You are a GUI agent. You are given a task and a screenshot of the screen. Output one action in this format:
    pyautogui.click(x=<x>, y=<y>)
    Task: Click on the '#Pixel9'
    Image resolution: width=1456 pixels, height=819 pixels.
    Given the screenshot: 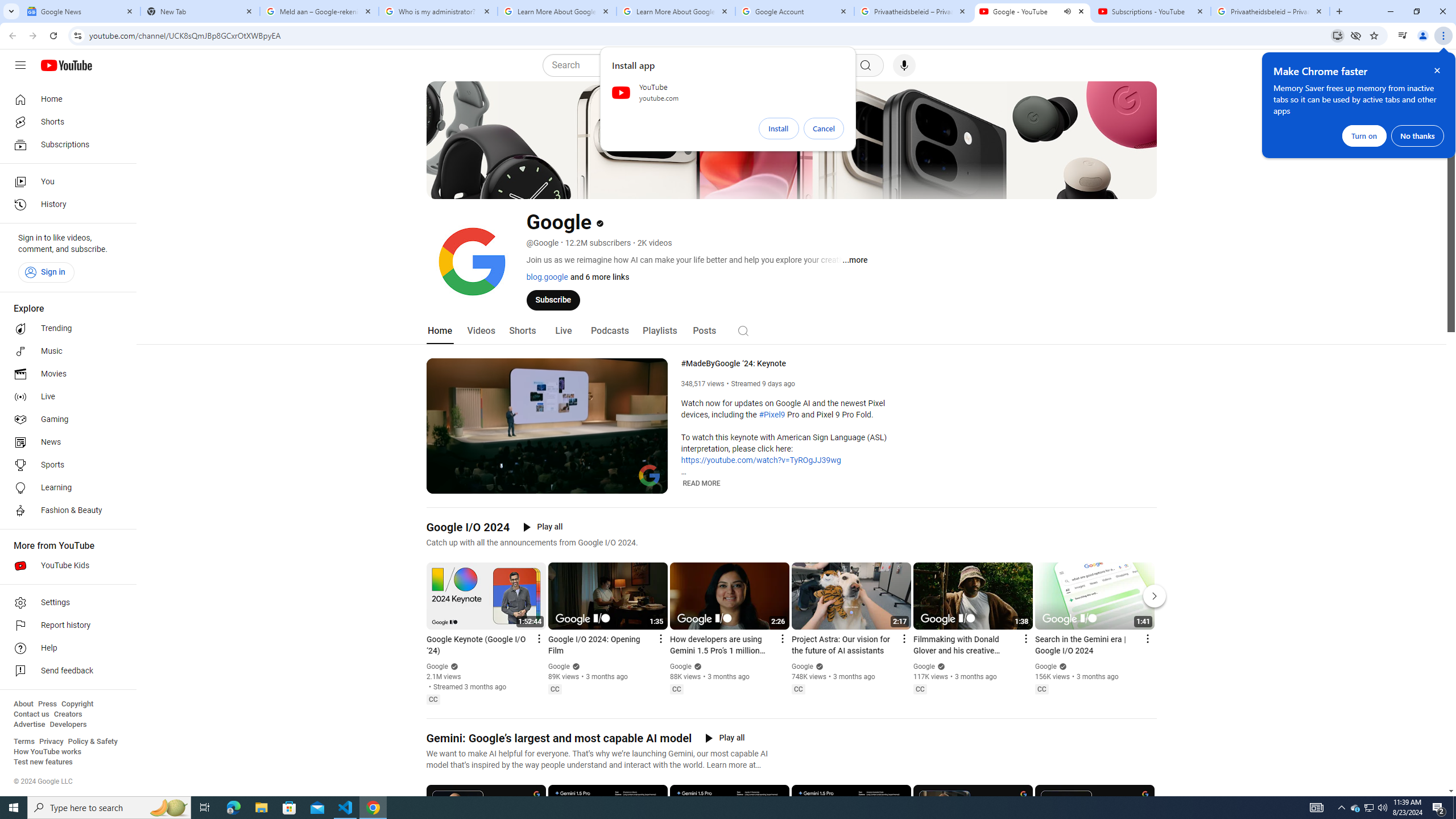 What is the action you would take?
    pyautogui.click(x=771, y=415)
    